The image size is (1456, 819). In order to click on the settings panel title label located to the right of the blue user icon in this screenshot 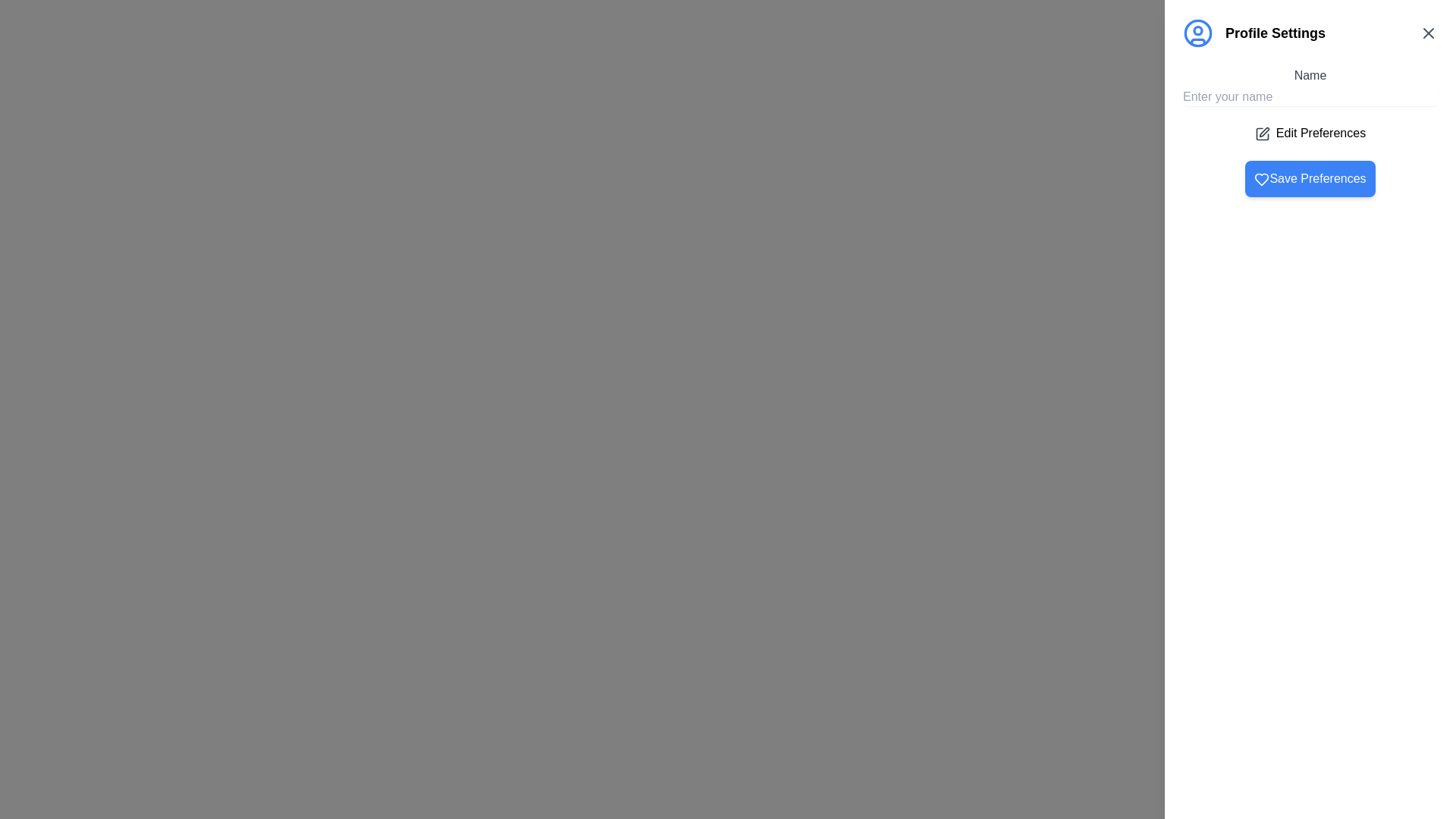, I will do `click(1275, 33)`.